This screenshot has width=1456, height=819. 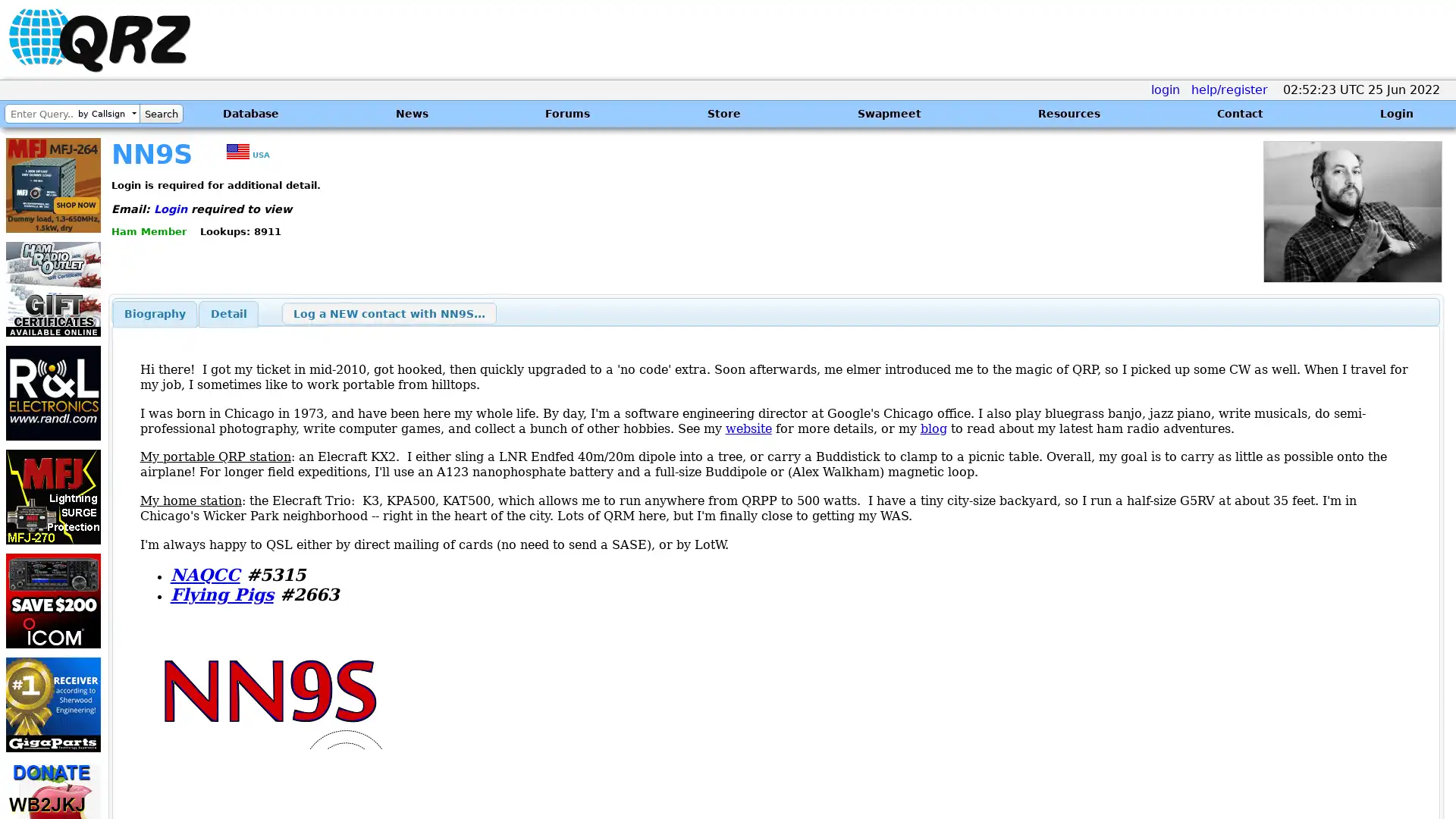 What do you see at coordinates (388, 312) in the screenshot?
I see `Log a NEW contact with NN9S...` at bounding box center [388, 312].